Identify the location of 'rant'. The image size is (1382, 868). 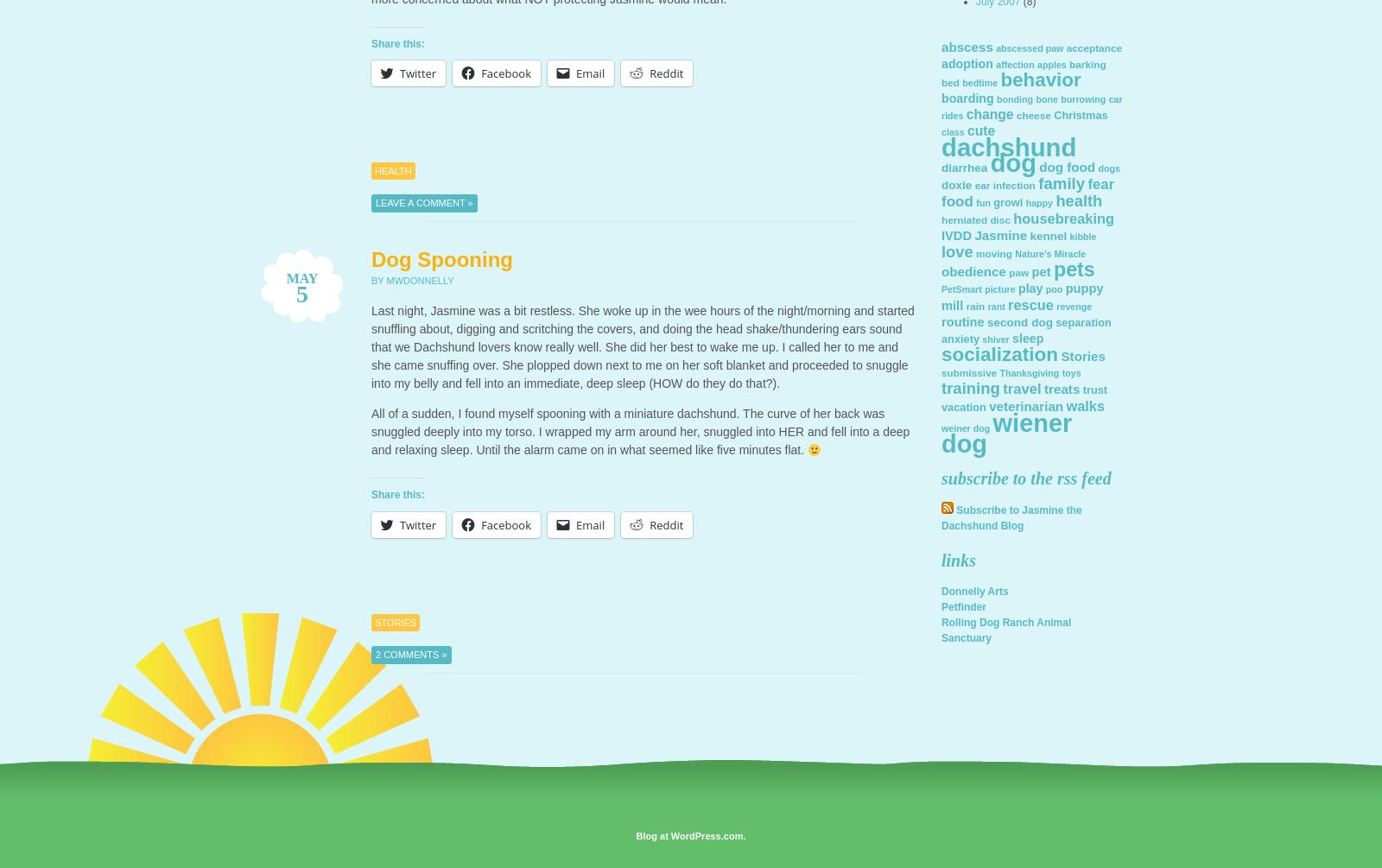
(995, 306).